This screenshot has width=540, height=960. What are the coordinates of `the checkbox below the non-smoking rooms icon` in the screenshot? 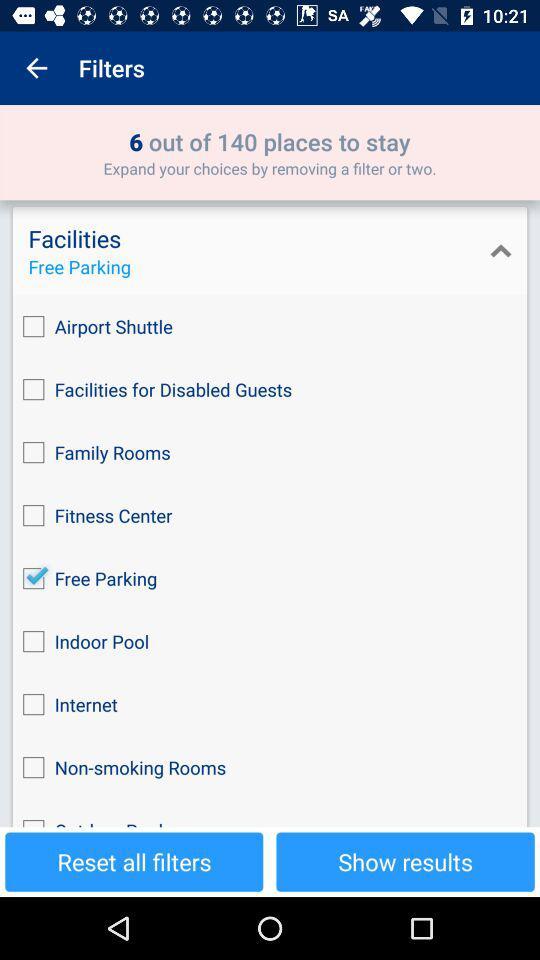 It's located at (270, 813).